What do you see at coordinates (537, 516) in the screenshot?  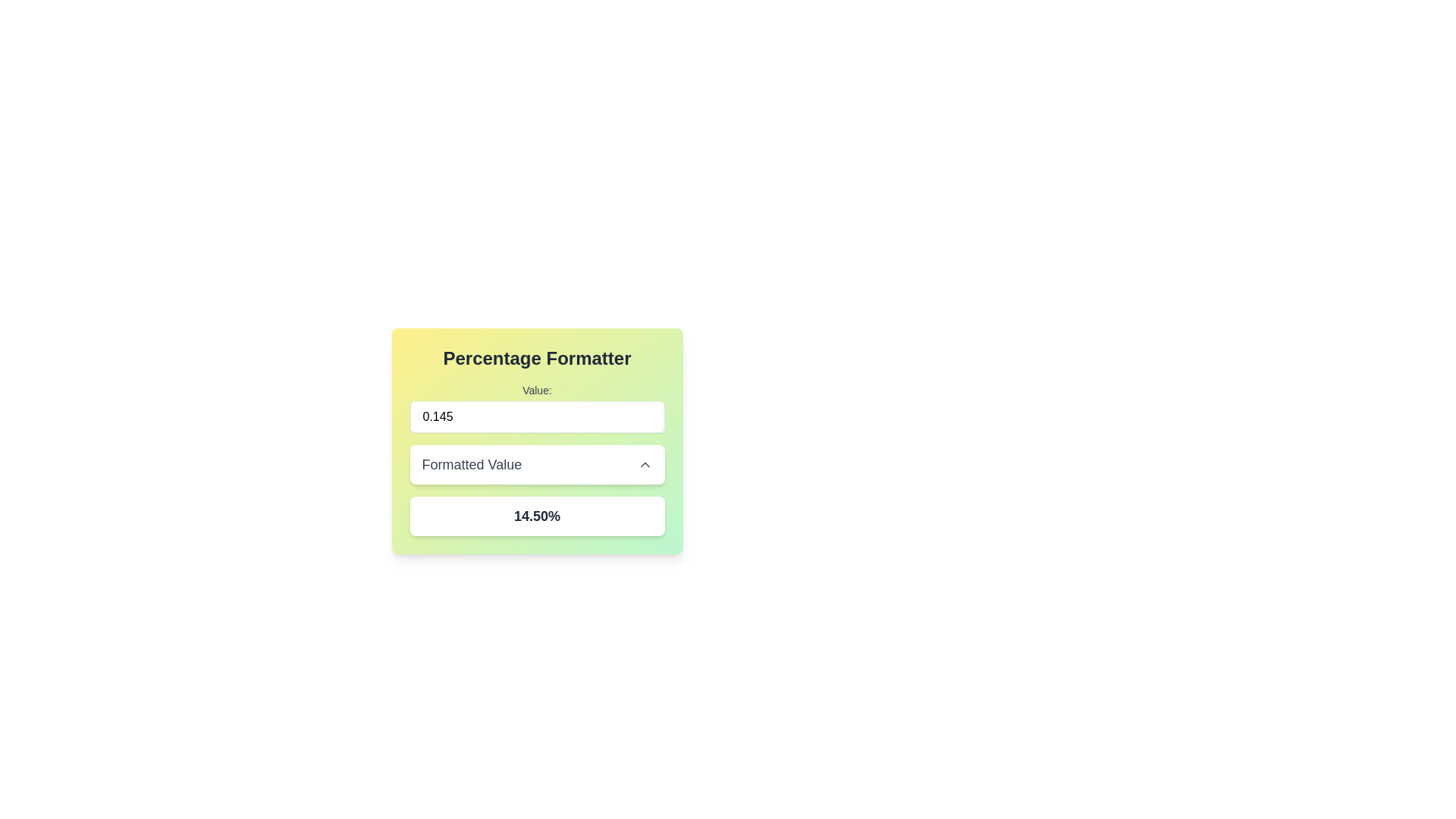 I see `the Display box that shows the numeric percentage value '14.50%', which is styled in a bold font with a dark gray color on a white background and is located beneath the 'Formatted Value' button` at bounding box center [537, 516].